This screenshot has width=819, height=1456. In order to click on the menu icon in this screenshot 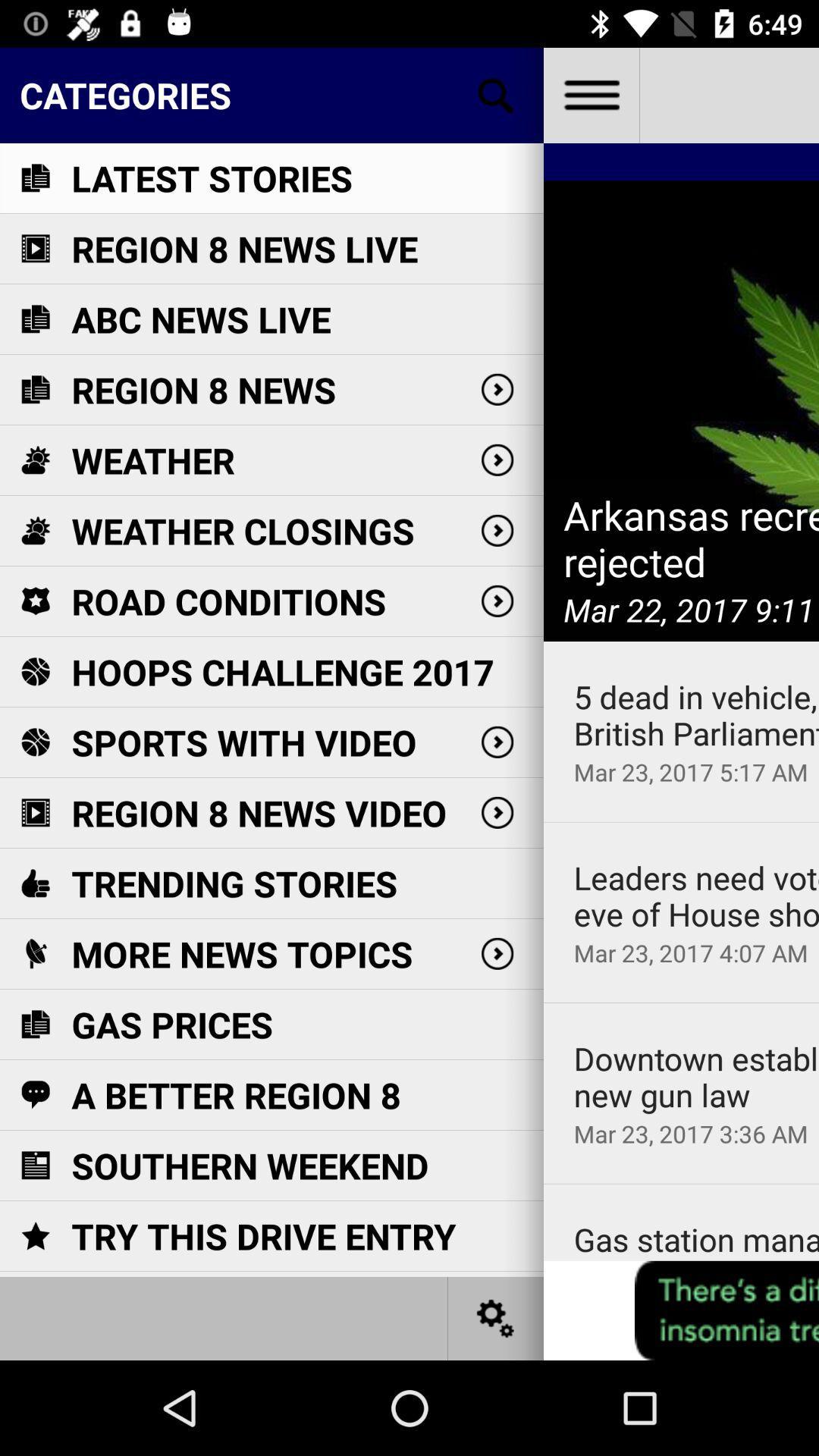, I will do `click(590, 94)`.